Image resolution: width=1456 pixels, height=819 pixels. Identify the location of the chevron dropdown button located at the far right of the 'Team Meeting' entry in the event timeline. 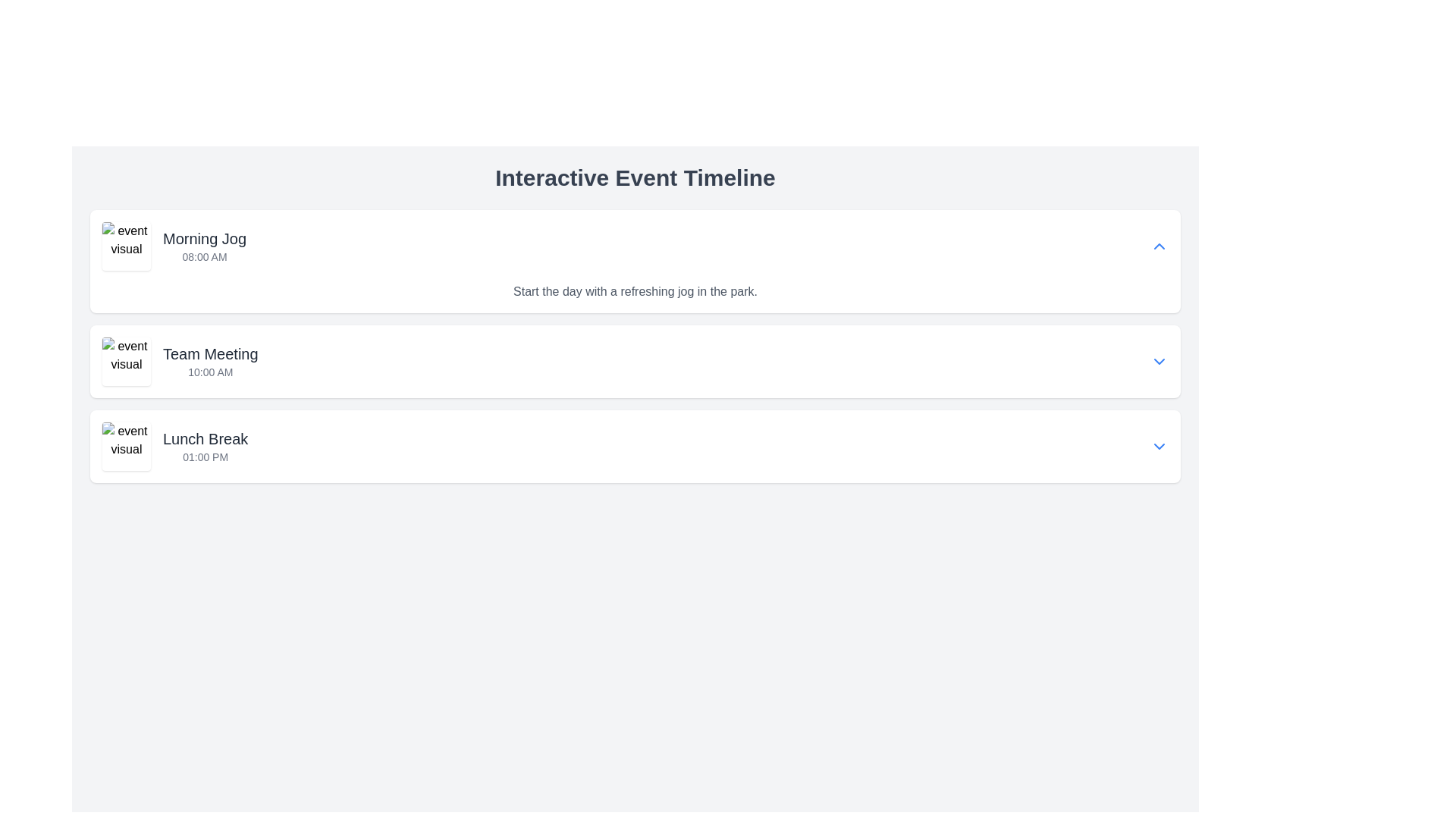
(1159, 362).